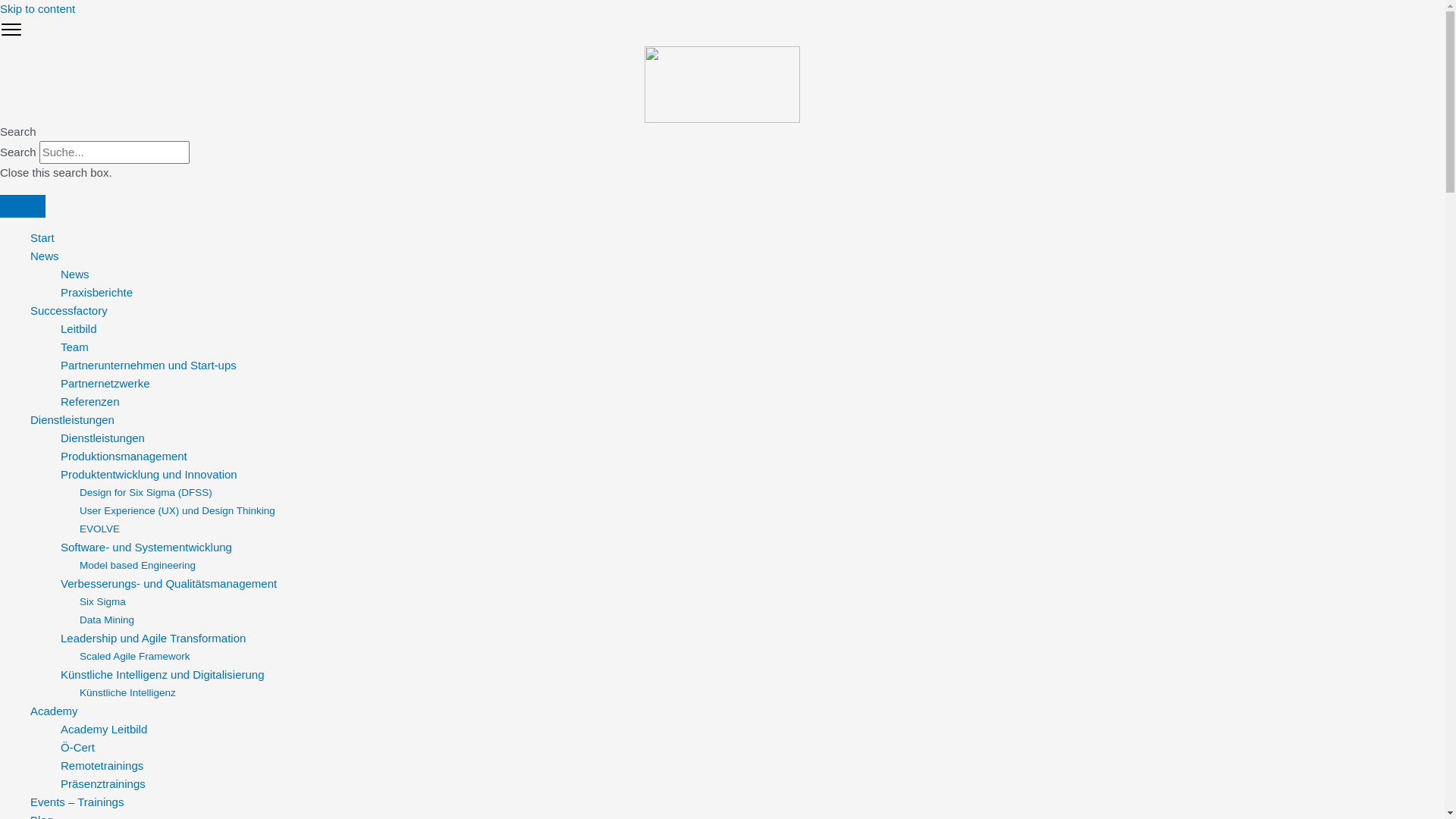  Describe the element at coordinates (105, 382) in the screenshot. I see `'Partnernetzwerke'` at that location.